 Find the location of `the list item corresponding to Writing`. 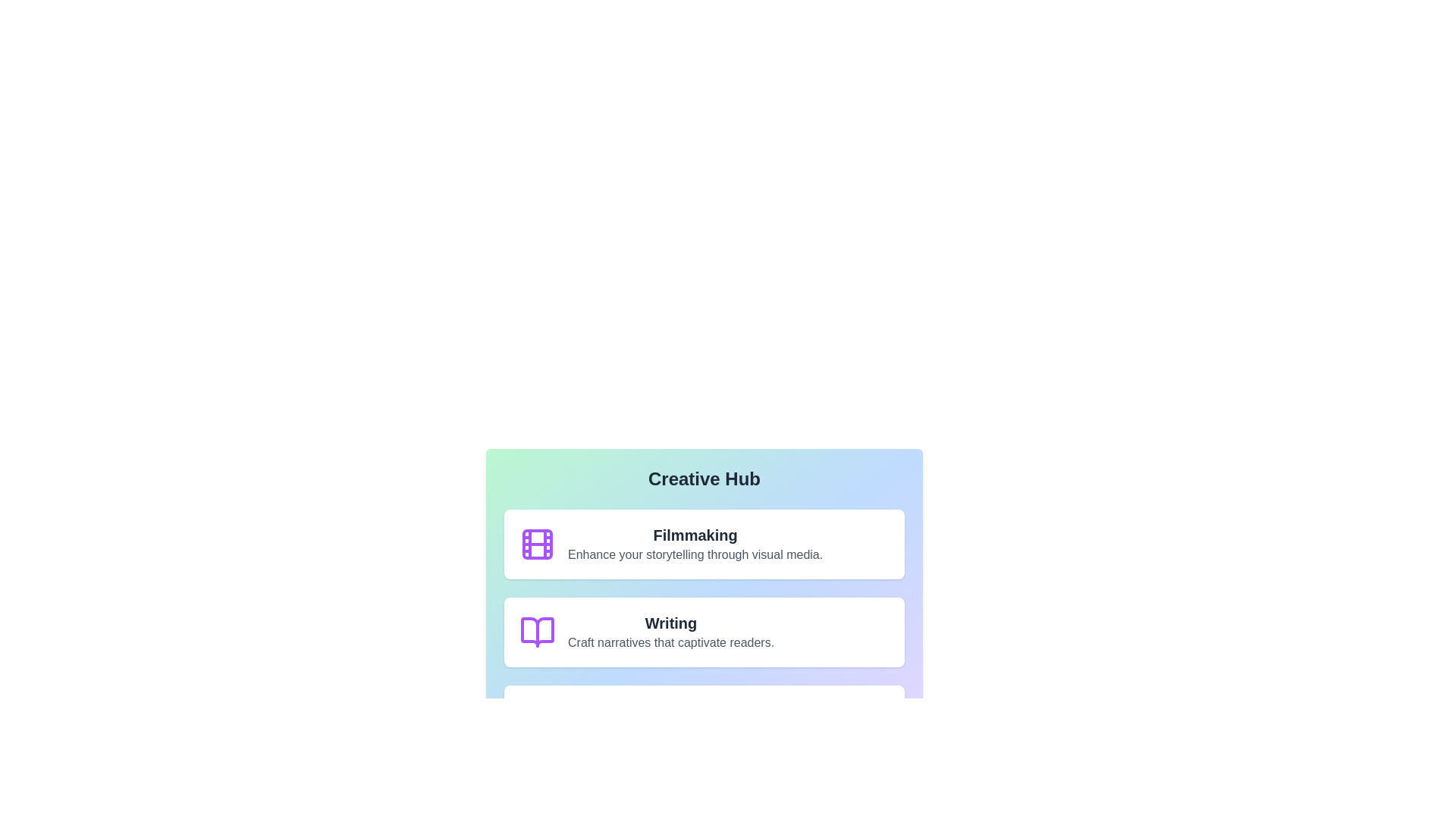

the list item corresponding to Writing is located at coordinates (704, 632).